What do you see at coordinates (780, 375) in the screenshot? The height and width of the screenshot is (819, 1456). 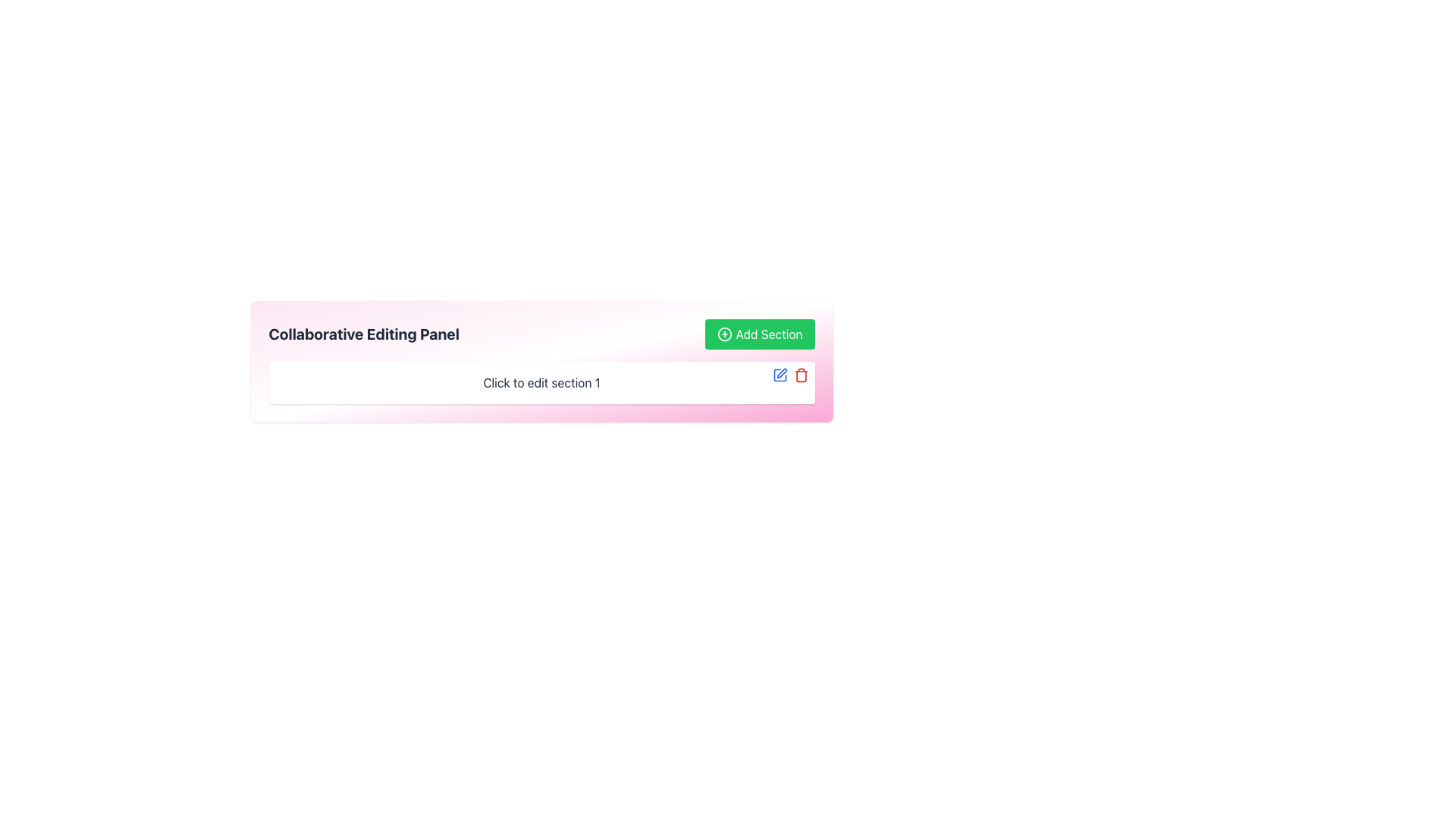 I see `the blue pen icon button located to the right of the text input box` at bounding box center [780, 375].